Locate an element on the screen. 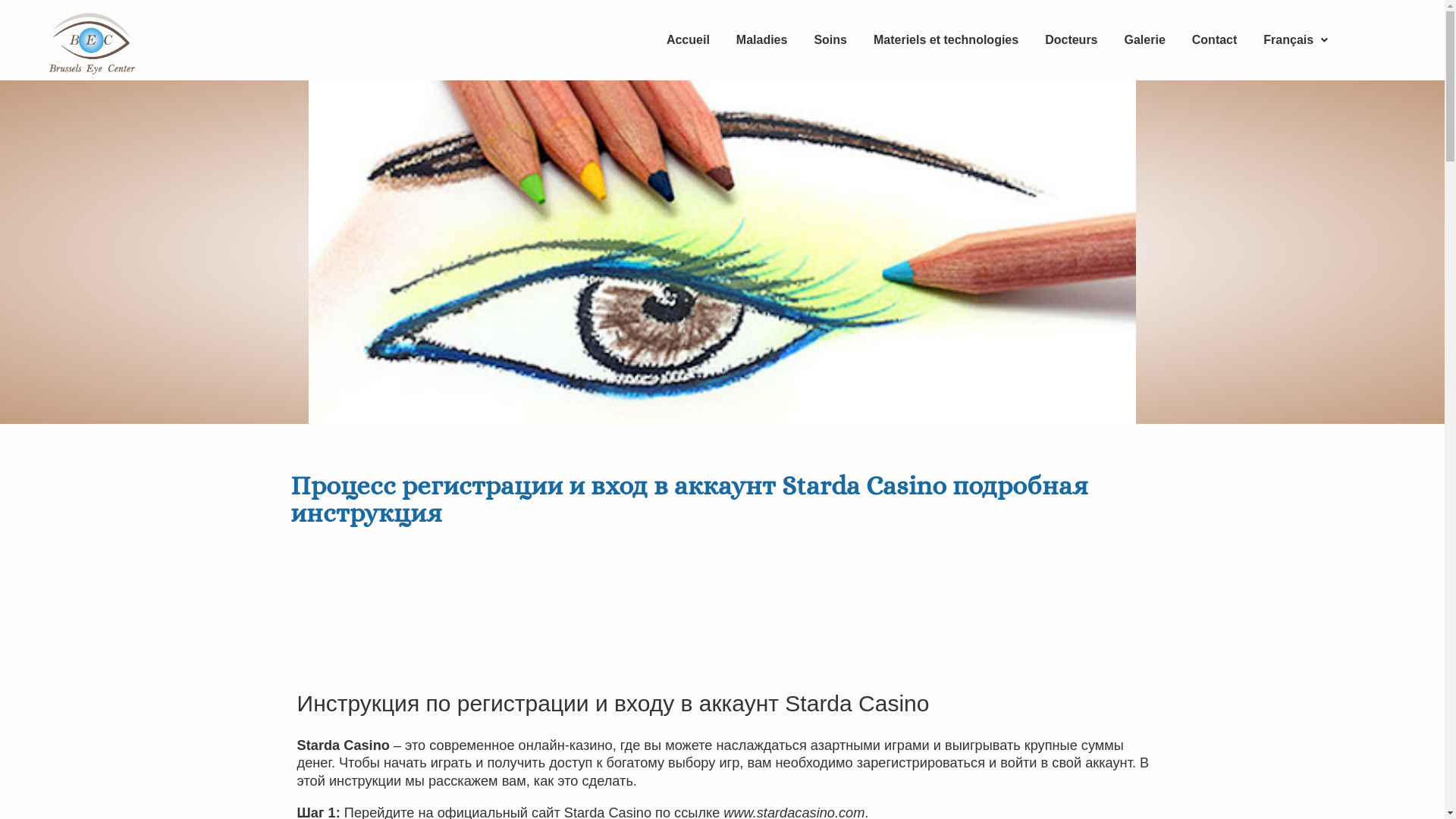 The width and height of the screenshot is (1456, 819). 'Galerie' is located at coordinates (1145, 39).